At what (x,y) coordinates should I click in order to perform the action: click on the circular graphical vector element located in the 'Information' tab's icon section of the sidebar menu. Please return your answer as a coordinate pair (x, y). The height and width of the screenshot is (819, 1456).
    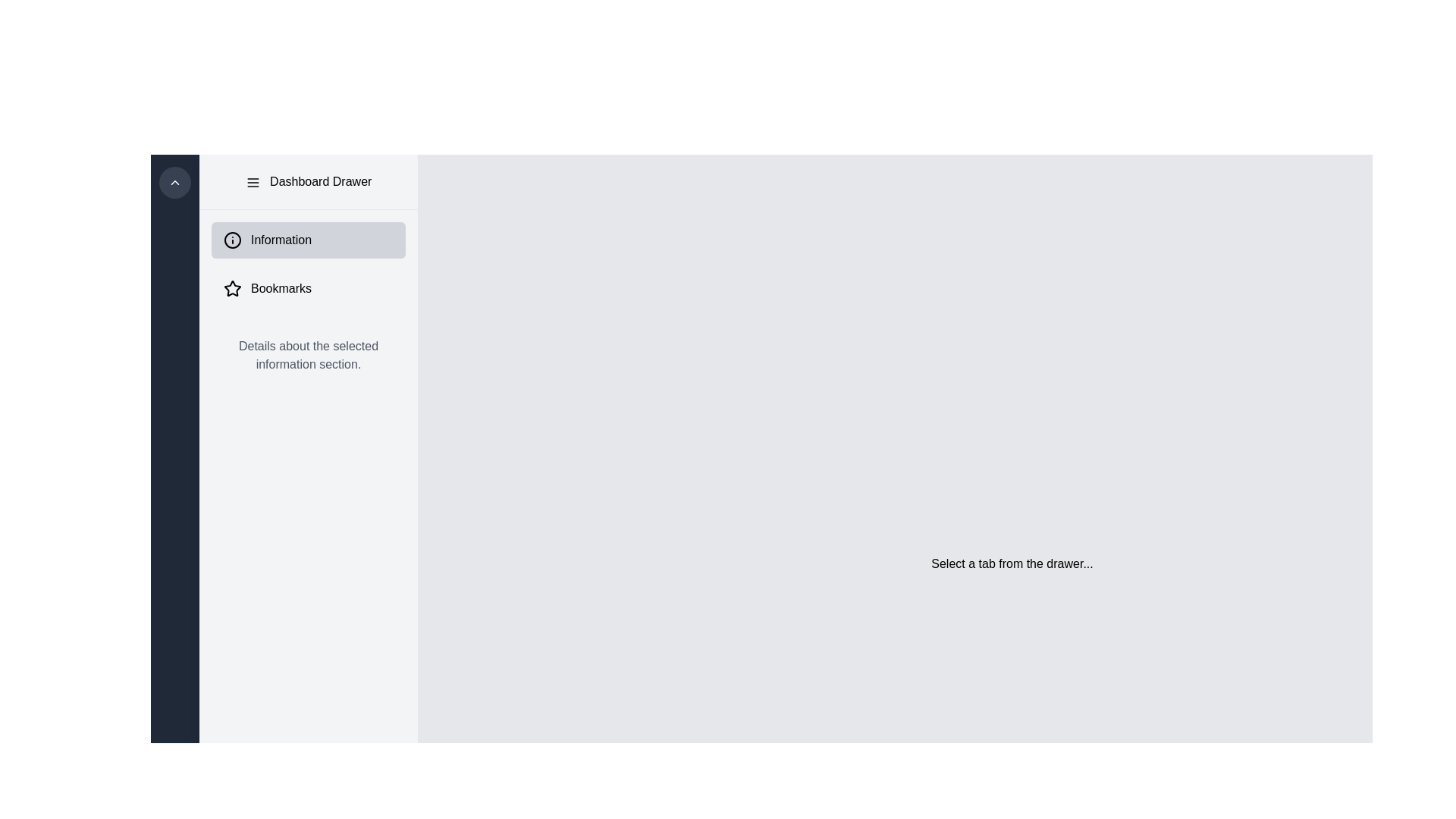
    Looking at the image, I should click on (232, 239).